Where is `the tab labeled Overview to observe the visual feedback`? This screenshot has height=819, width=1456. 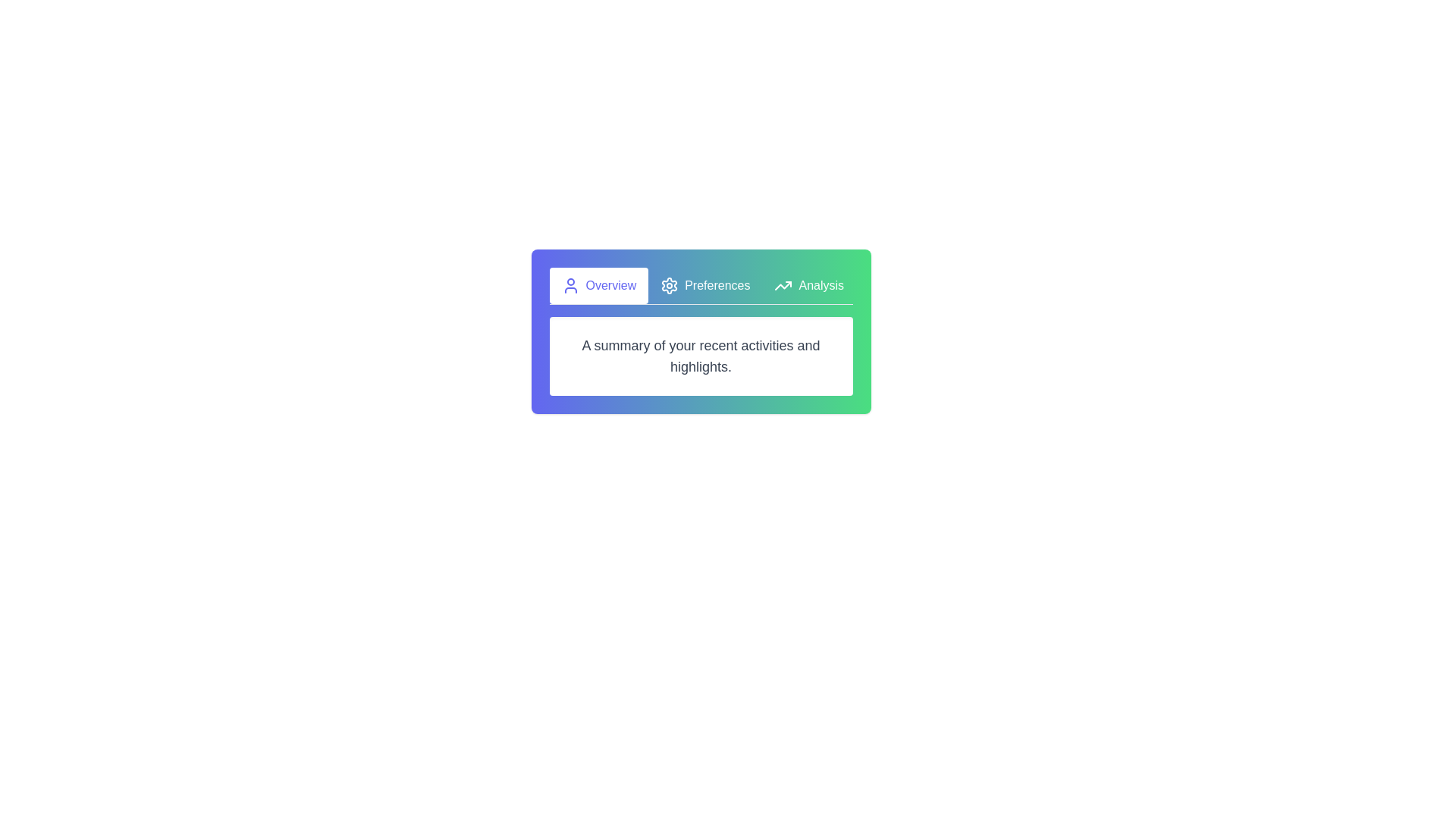
the tab labeled Overview to observe the visual feedback is located at coordinates (597, 286).